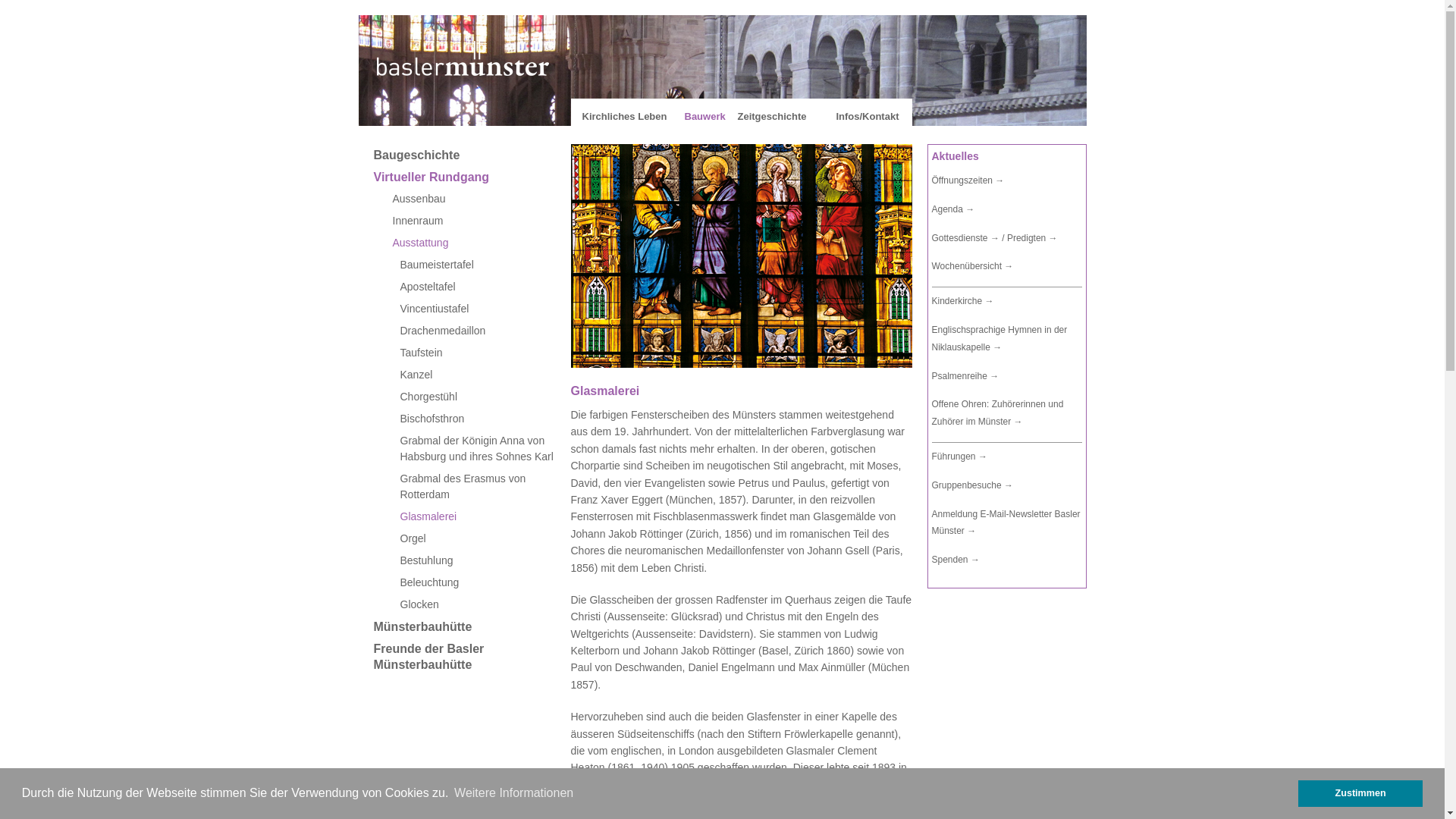  Describe the element at coordinates (475, 198) in the screenshot. I see `'Aussenbau'` at that location.